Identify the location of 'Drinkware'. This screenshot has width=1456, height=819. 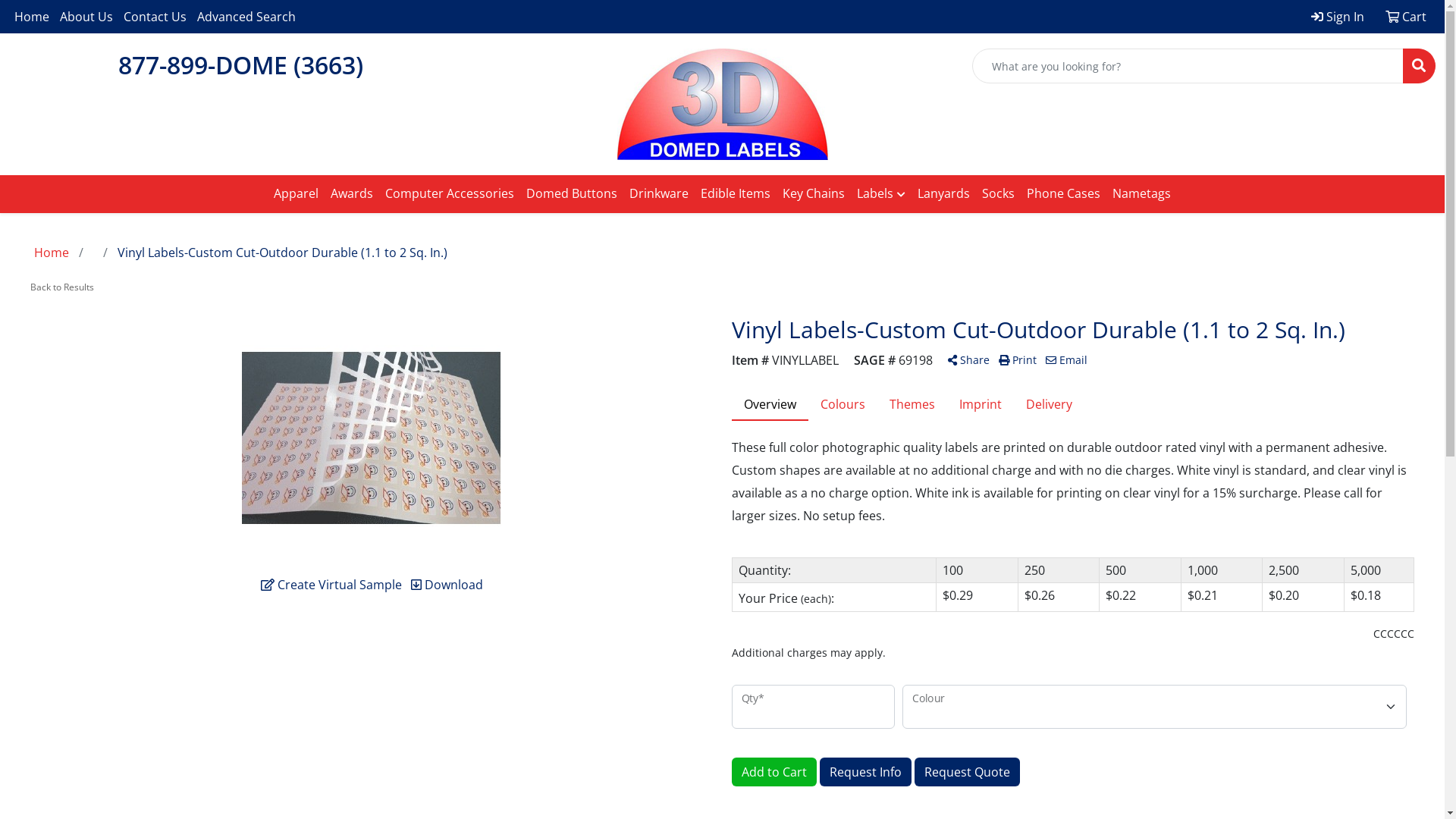
(658, 192).